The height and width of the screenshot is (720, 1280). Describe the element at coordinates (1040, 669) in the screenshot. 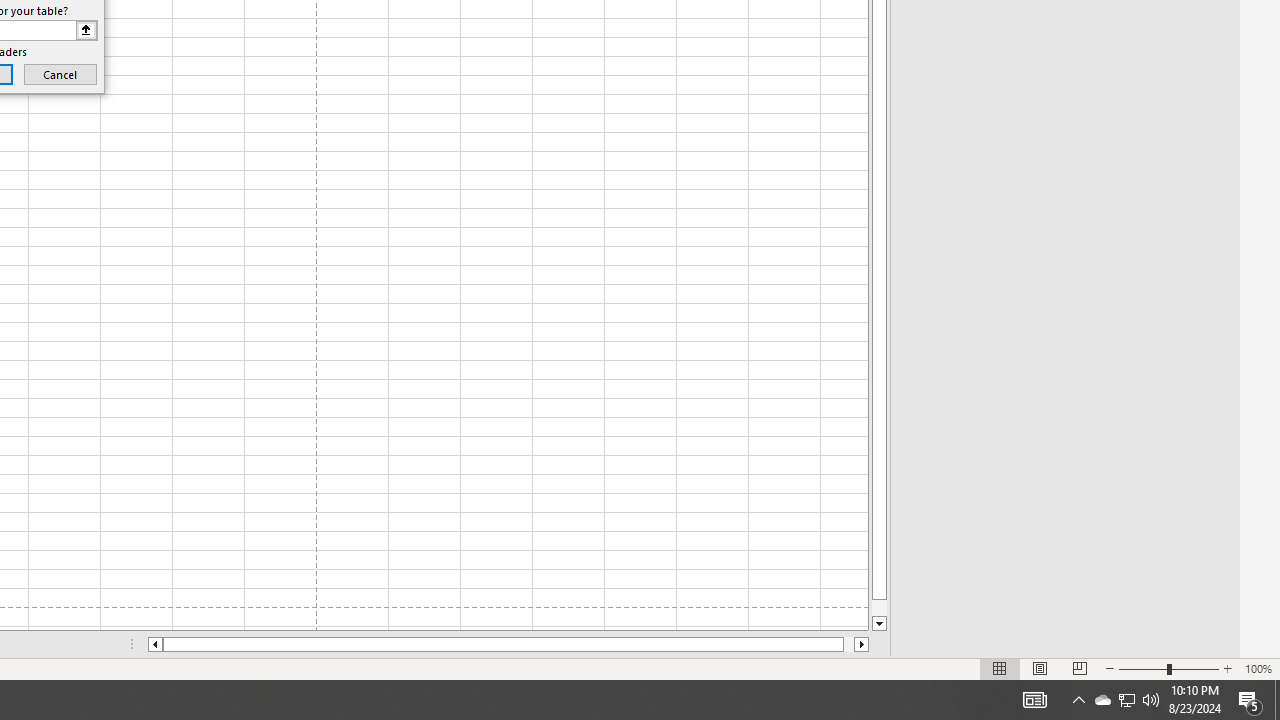

I see `'Page Layout'` at that location.